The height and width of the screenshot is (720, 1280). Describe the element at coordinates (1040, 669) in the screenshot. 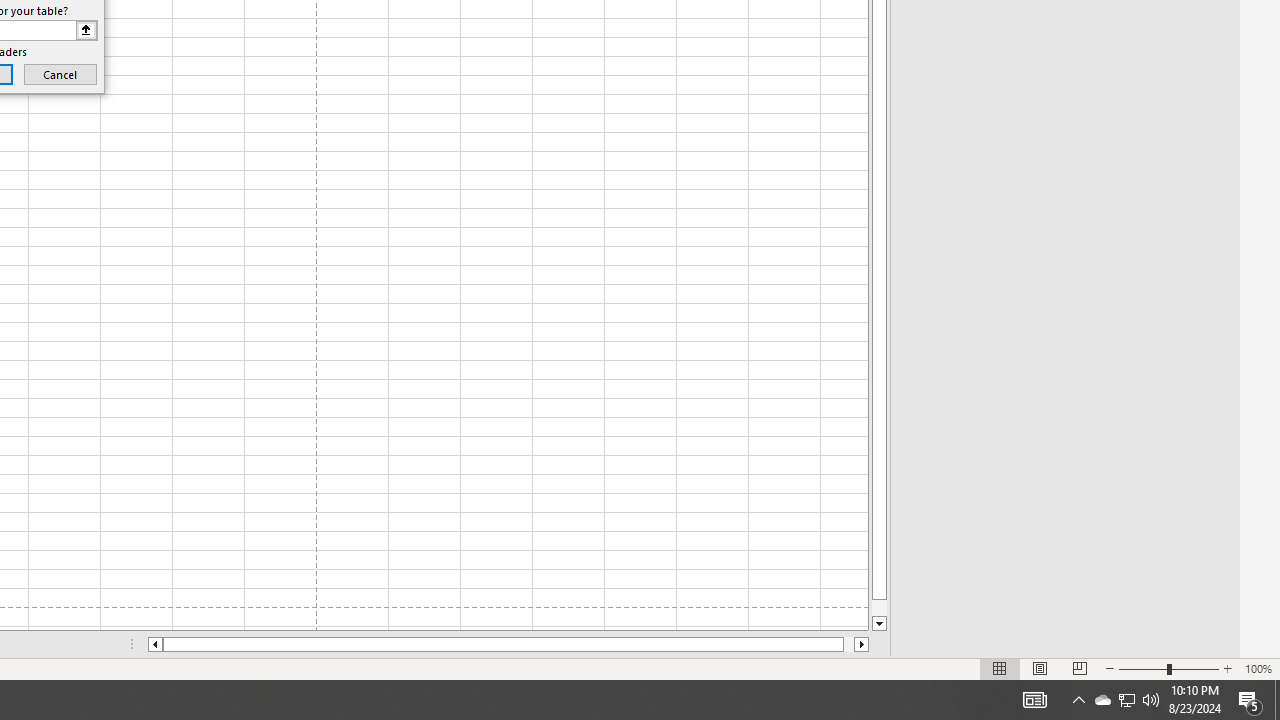

I see `'Page Layout'` at that location.